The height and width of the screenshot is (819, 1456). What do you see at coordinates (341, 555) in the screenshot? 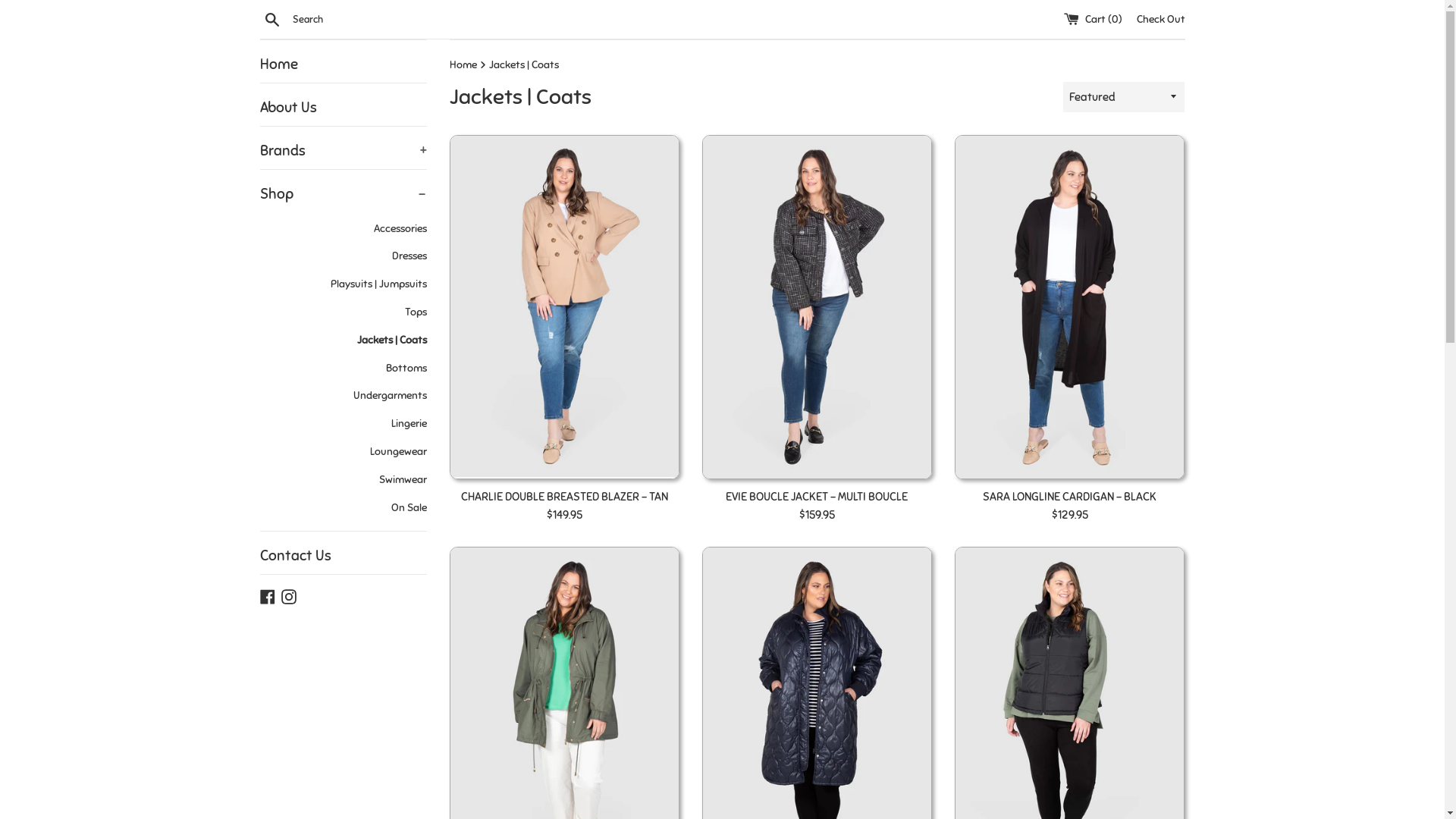
I see `'Contact Us'` at bounding box center [341, 555].